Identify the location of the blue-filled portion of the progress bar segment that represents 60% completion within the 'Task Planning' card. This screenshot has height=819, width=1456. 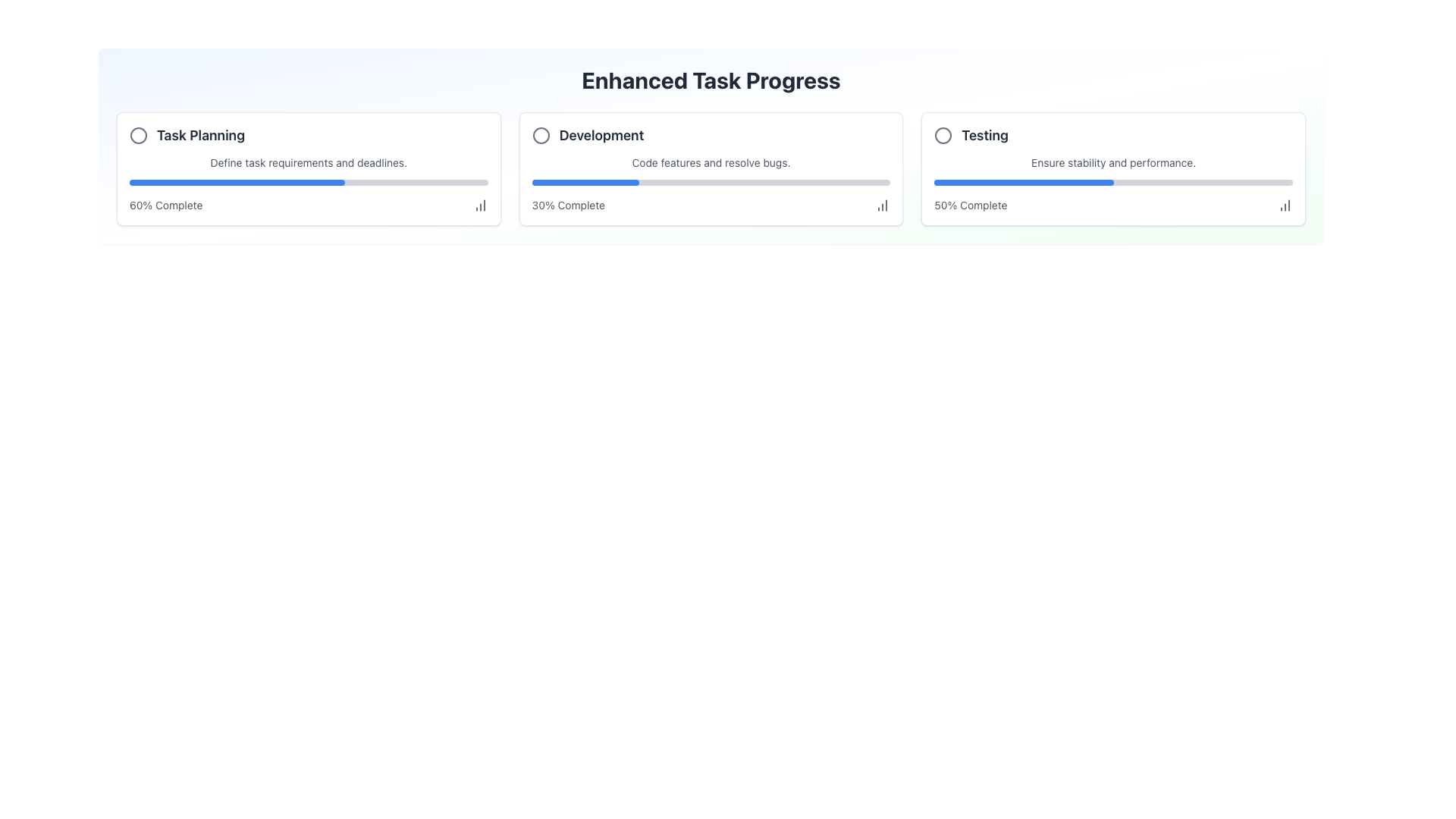
(236, 181).